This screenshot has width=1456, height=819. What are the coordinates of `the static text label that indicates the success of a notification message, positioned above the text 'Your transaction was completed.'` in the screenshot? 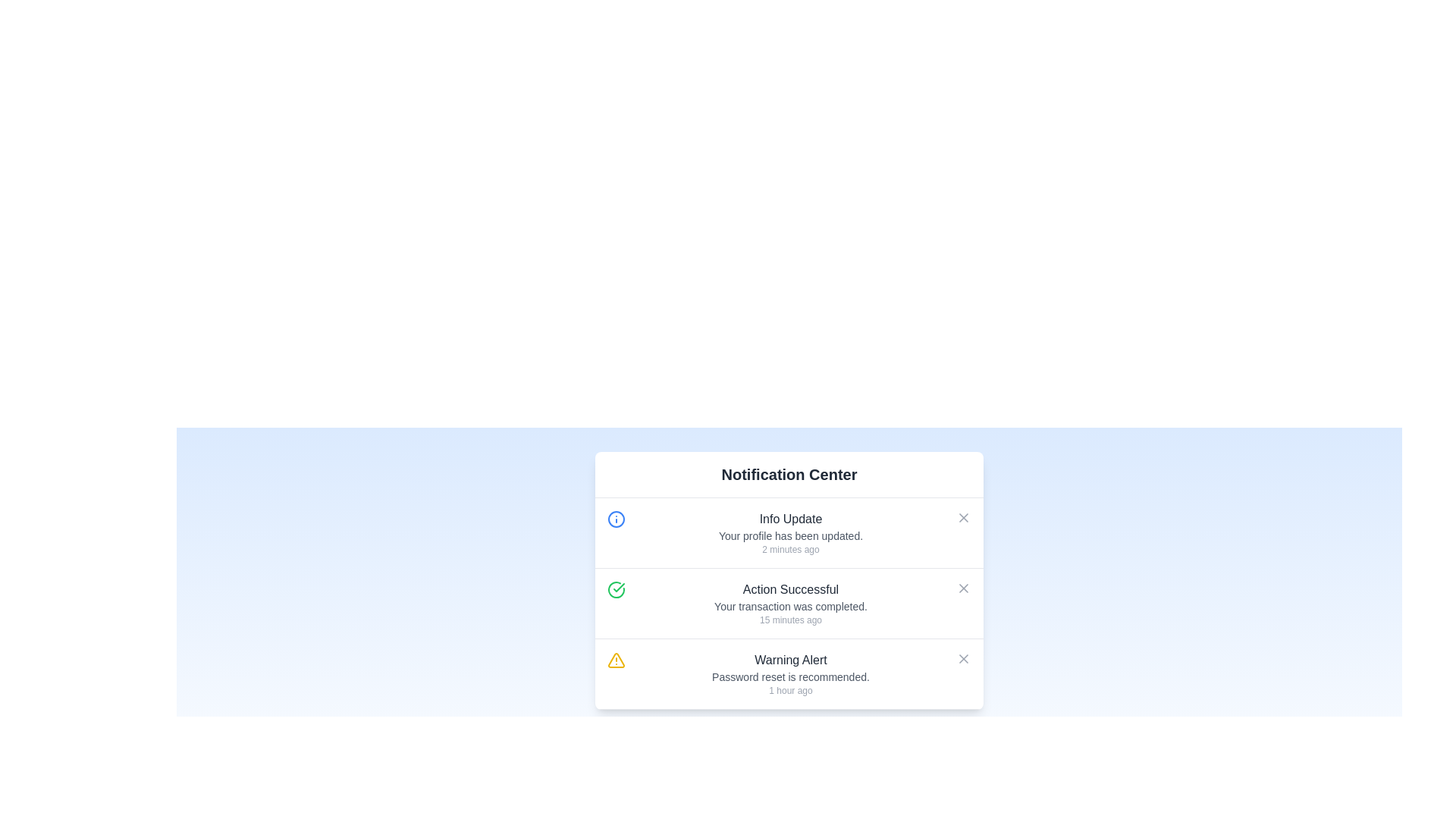 It's located at (789, 589).